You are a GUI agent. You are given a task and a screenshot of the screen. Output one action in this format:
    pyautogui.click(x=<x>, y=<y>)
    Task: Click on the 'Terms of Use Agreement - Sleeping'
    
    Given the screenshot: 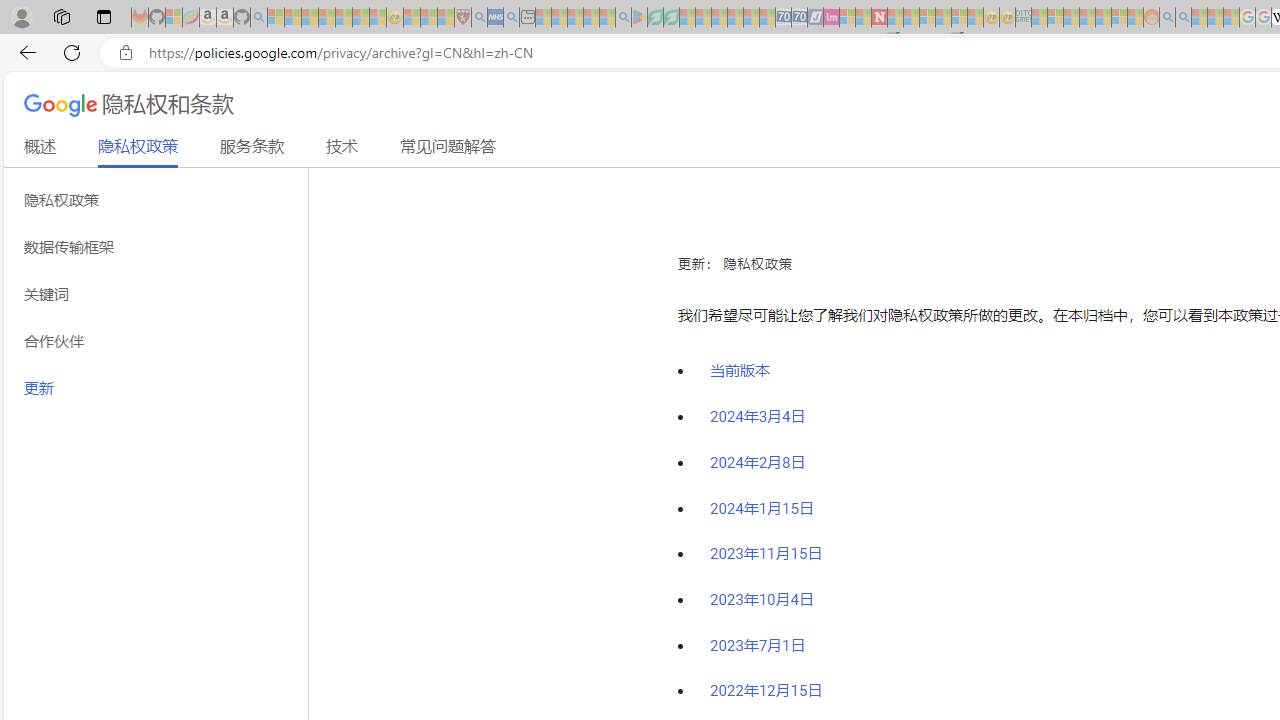 What is the action you would take?
    pyautogui.click(x=655, y=17)
    